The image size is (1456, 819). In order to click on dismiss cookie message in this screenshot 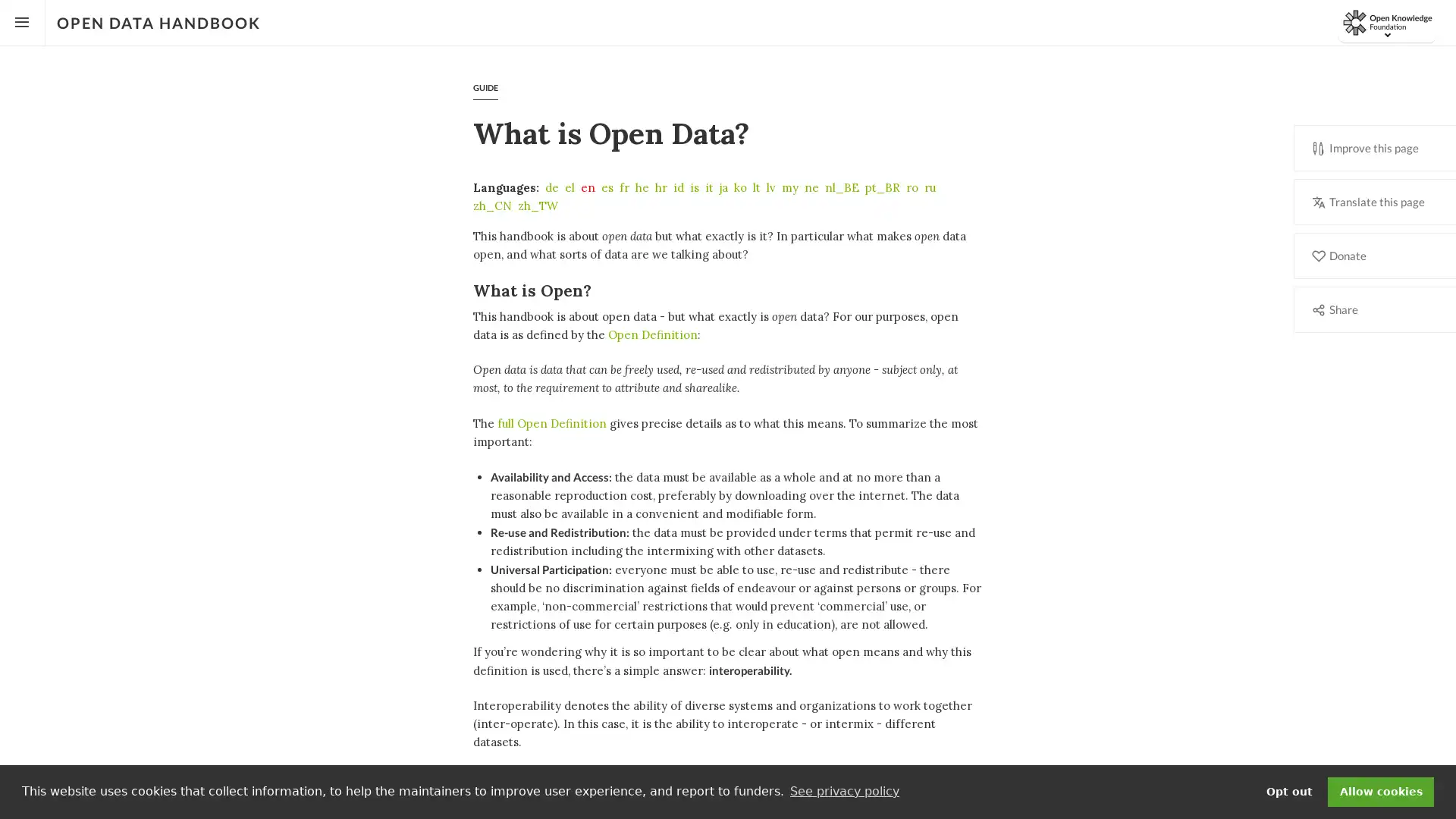, I will do `click(1380, 791)`.